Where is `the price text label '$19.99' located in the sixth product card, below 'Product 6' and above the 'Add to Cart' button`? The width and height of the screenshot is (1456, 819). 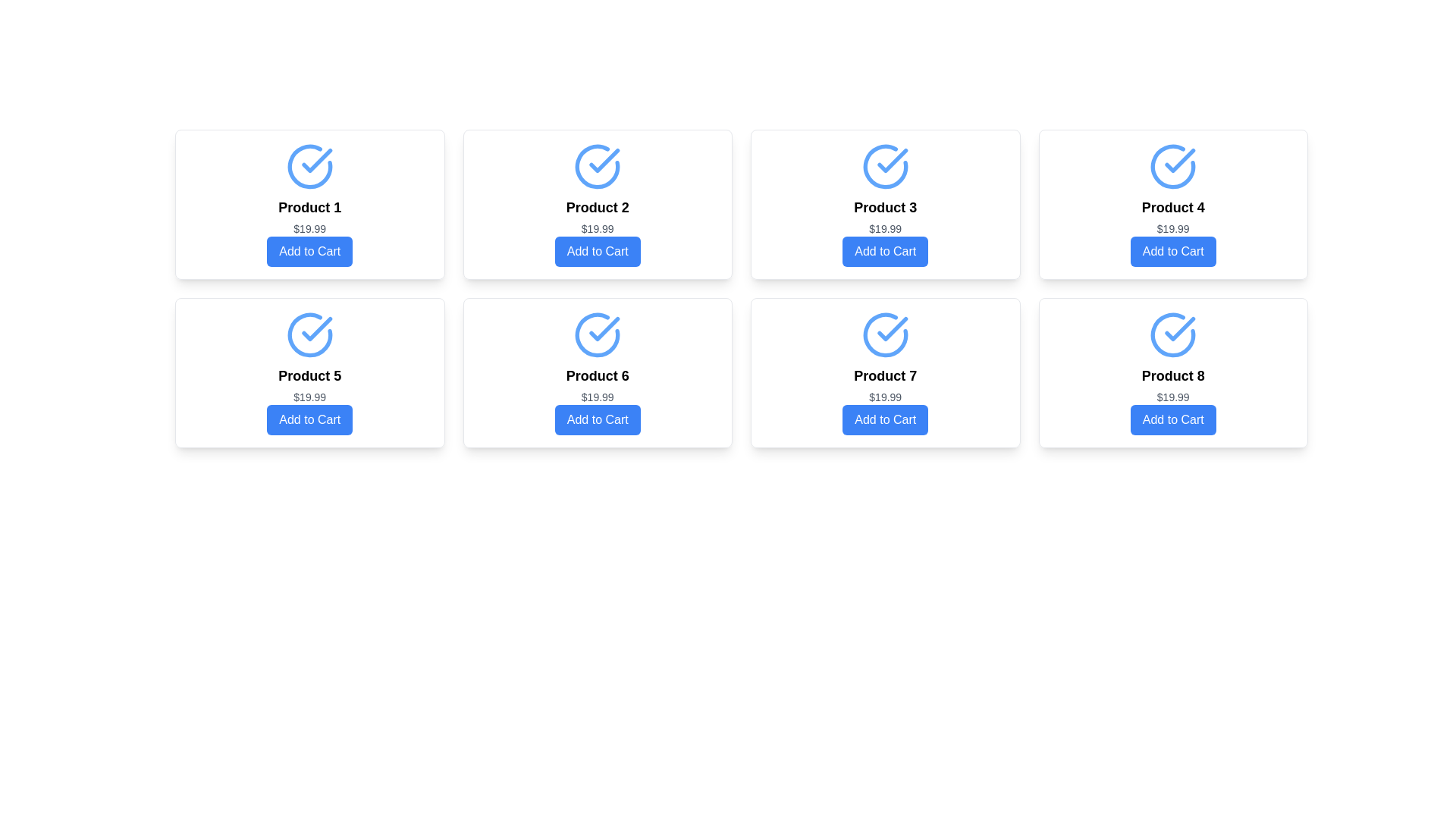 the price text label '$19.99' located in the sixth product card, below 'Product 6' and above the 'Add to Cart' button is located at coordinates (597, 397).